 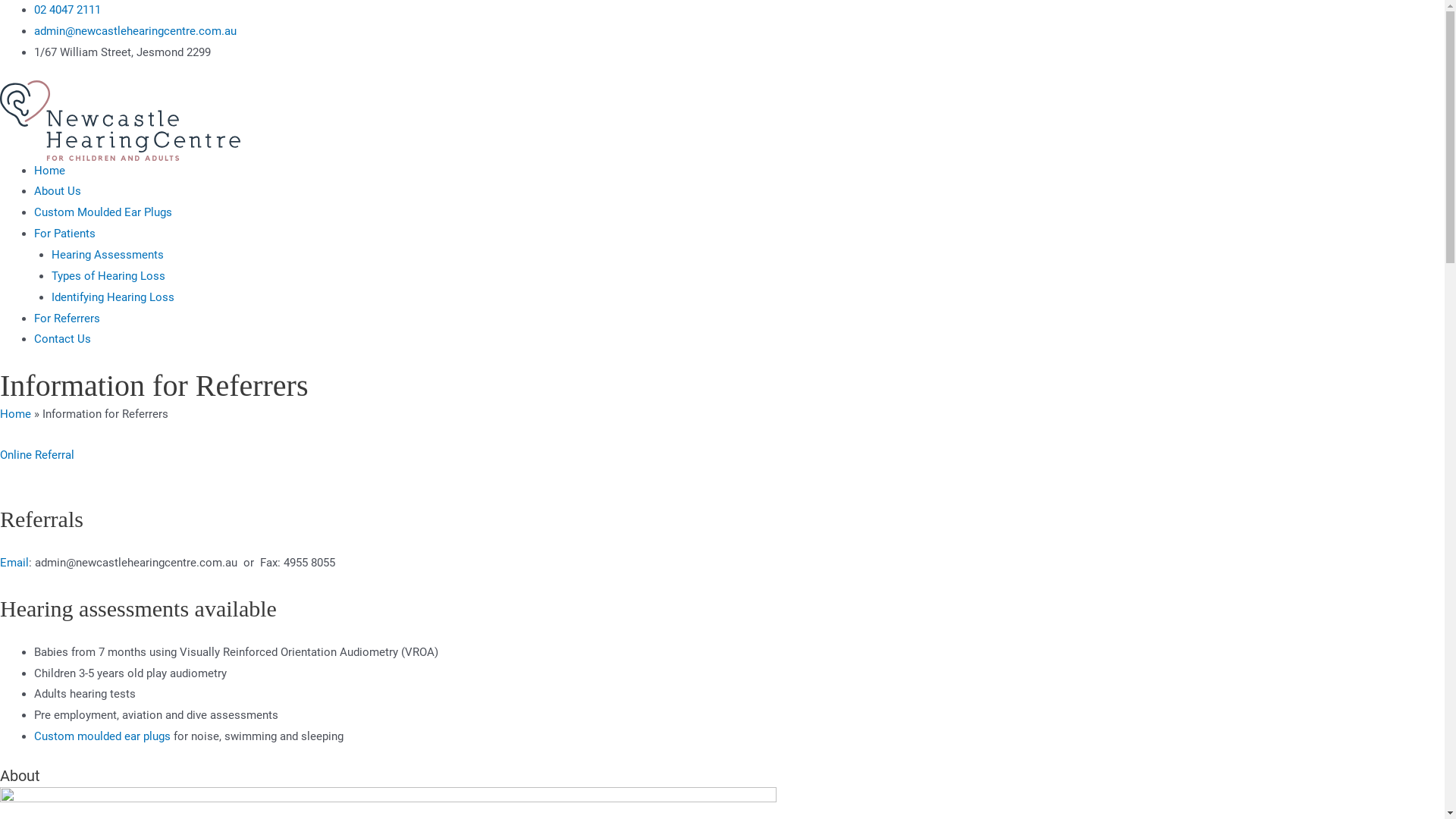 I want to click on 'Contact Us', so click(x=61, y=338).